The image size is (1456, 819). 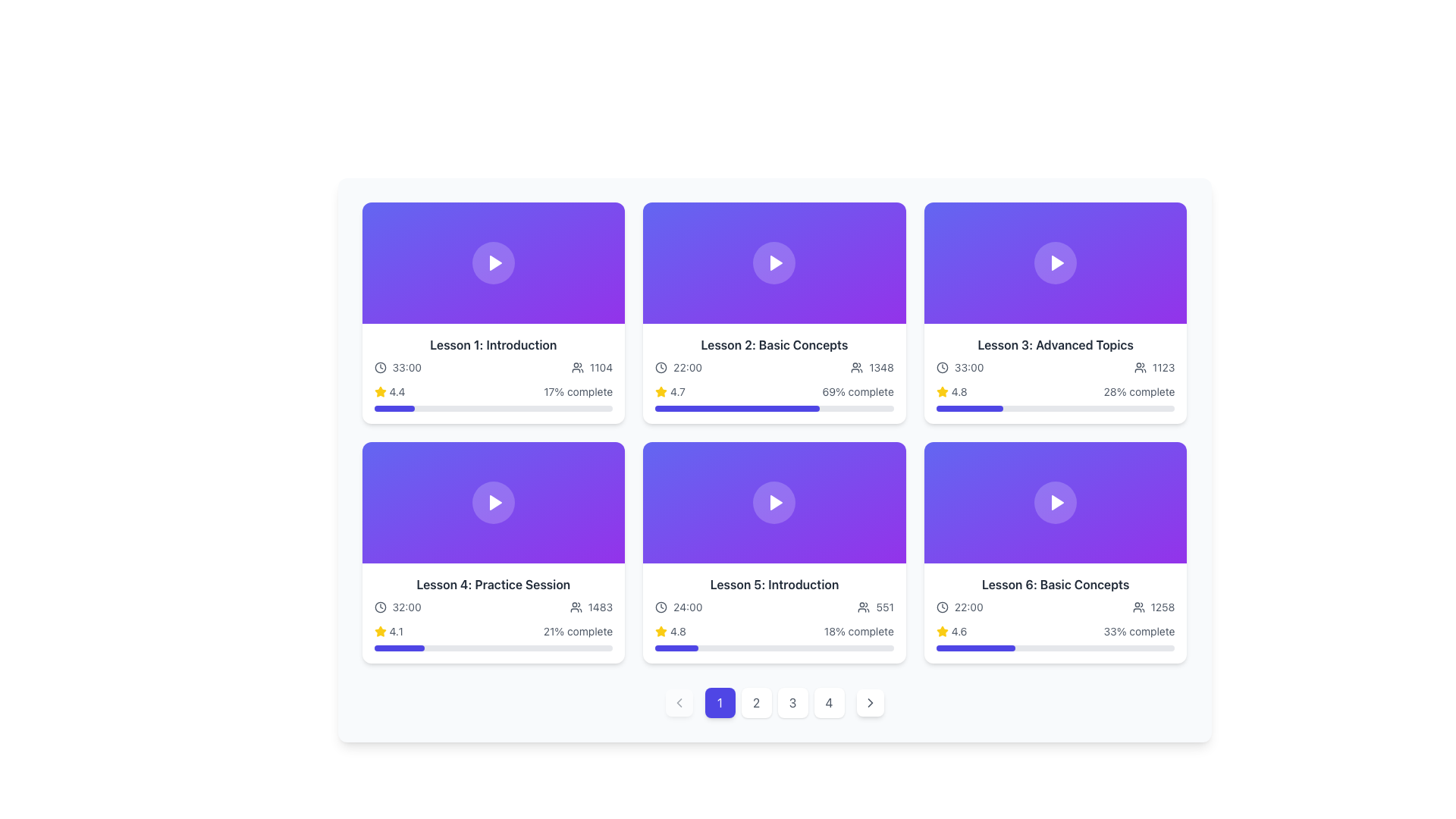 I want to click on the numeric rating text label located at the bottom left corner of the card layout for 'Lesson 4: Practice Session', so click(x=396, y=632).